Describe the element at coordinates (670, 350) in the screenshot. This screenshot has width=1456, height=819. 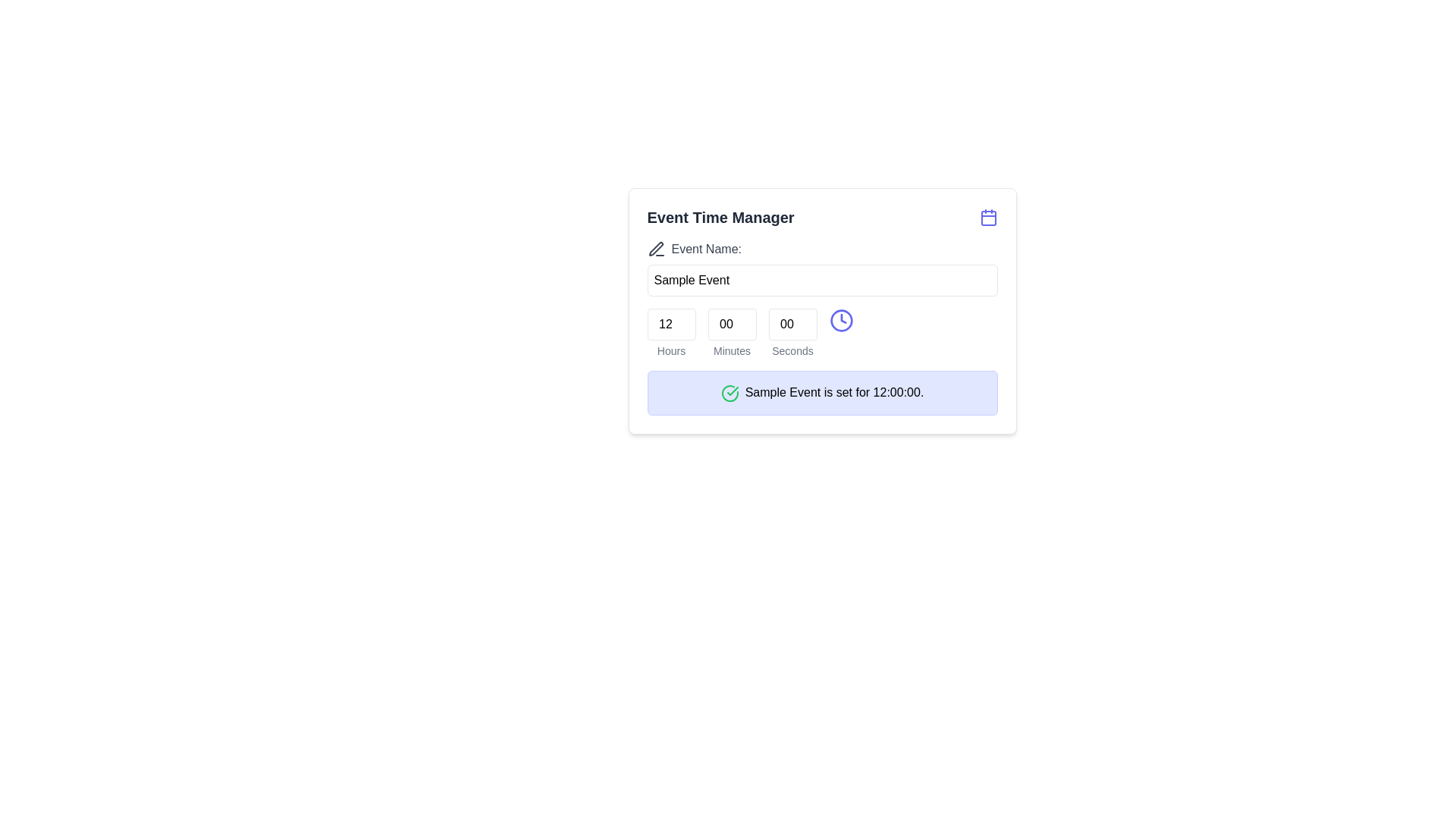
I see `'Hours' label which is a small gray text located below the numeric input box for hours in the time-input section of the UI` at that location.